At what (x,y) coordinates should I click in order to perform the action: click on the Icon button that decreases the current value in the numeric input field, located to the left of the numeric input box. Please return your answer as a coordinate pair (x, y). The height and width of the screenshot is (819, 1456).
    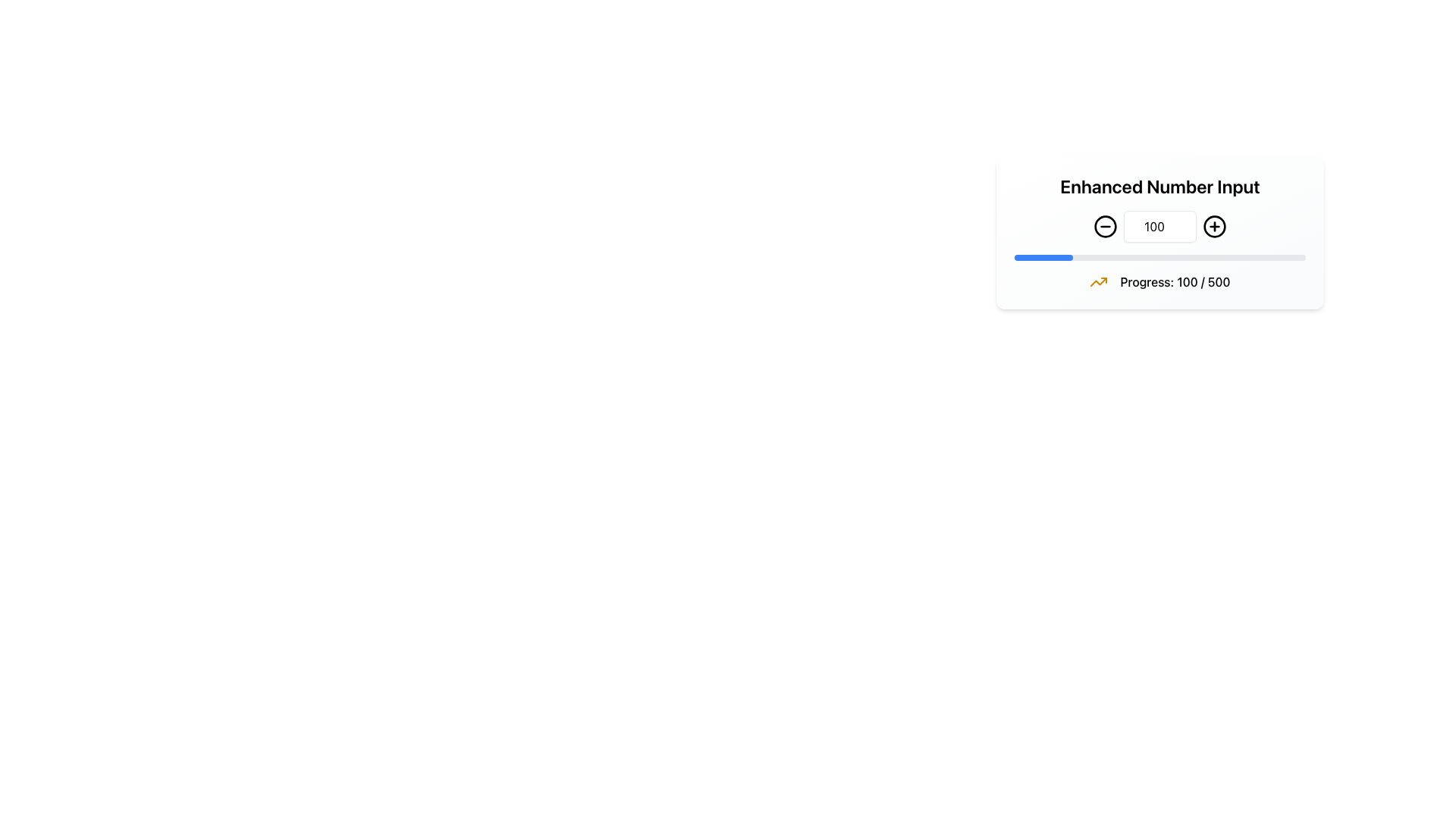
    Looking at the image, I should click on (1106, 227).